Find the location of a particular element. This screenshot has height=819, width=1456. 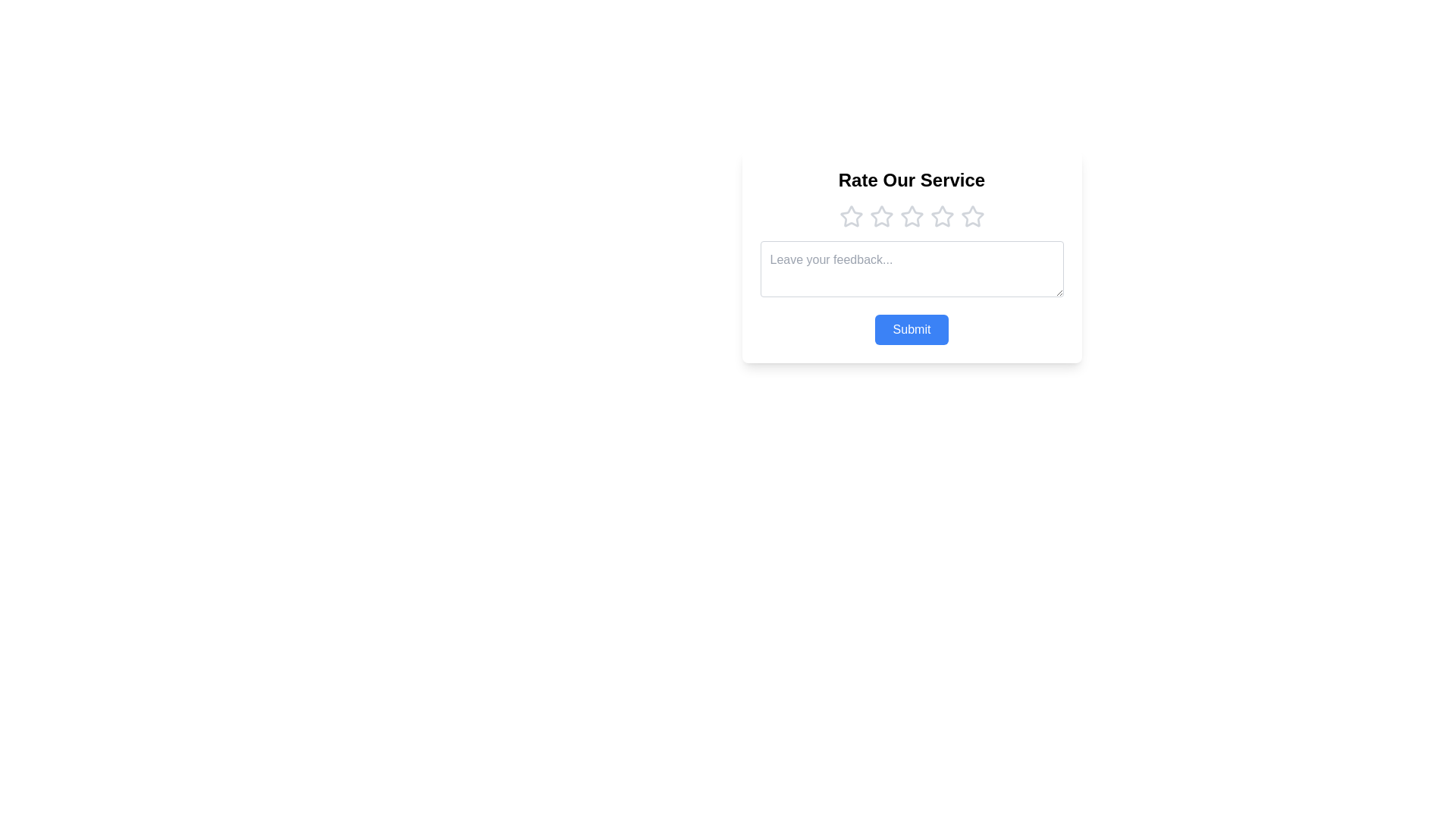

the second star rating icon located below the 'Rate Our Service' heading is located at coordinates (881, 216).